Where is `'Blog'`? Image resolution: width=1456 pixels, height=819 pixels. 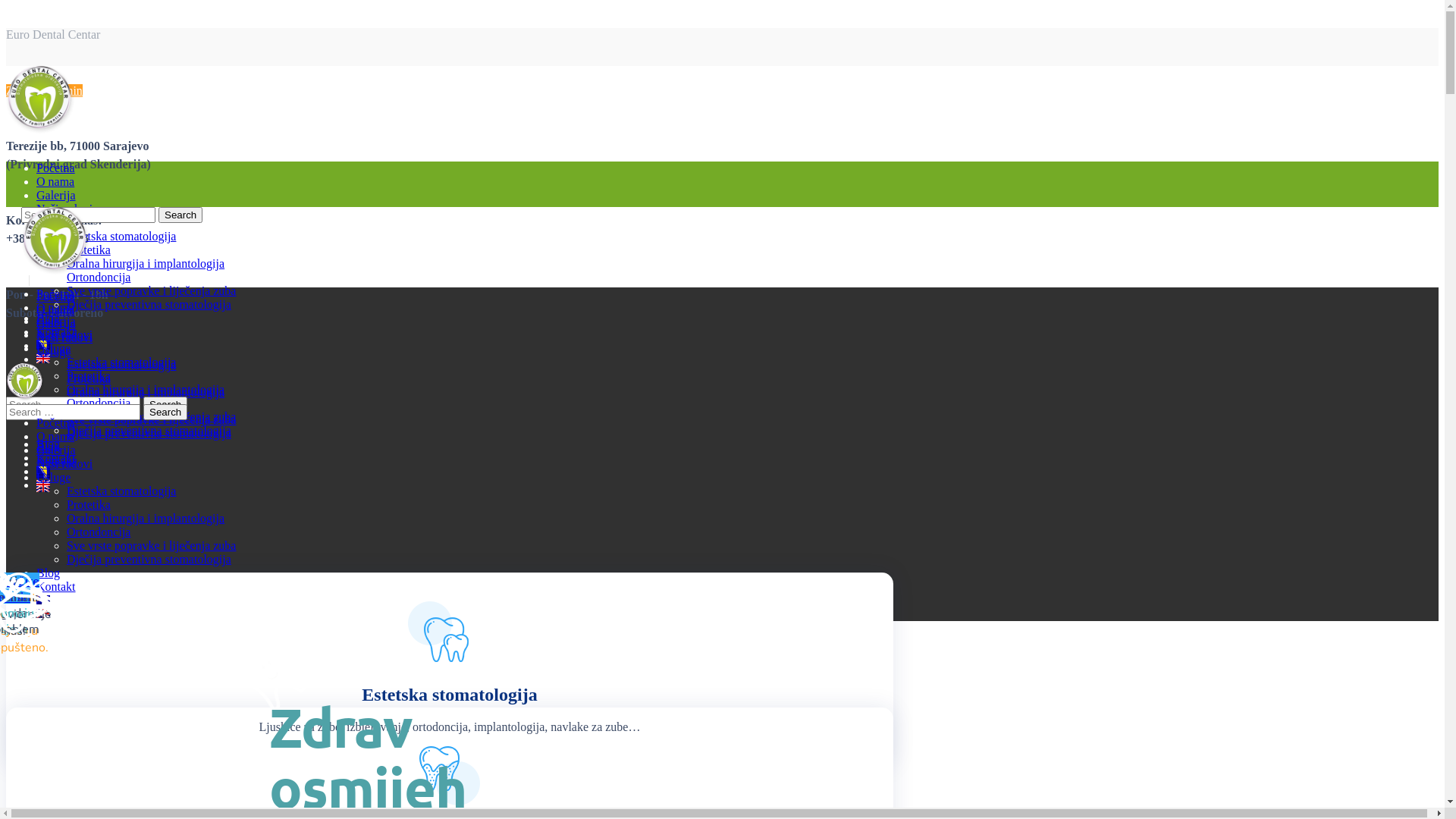
'Blog' is located at coordinates (48, 446).